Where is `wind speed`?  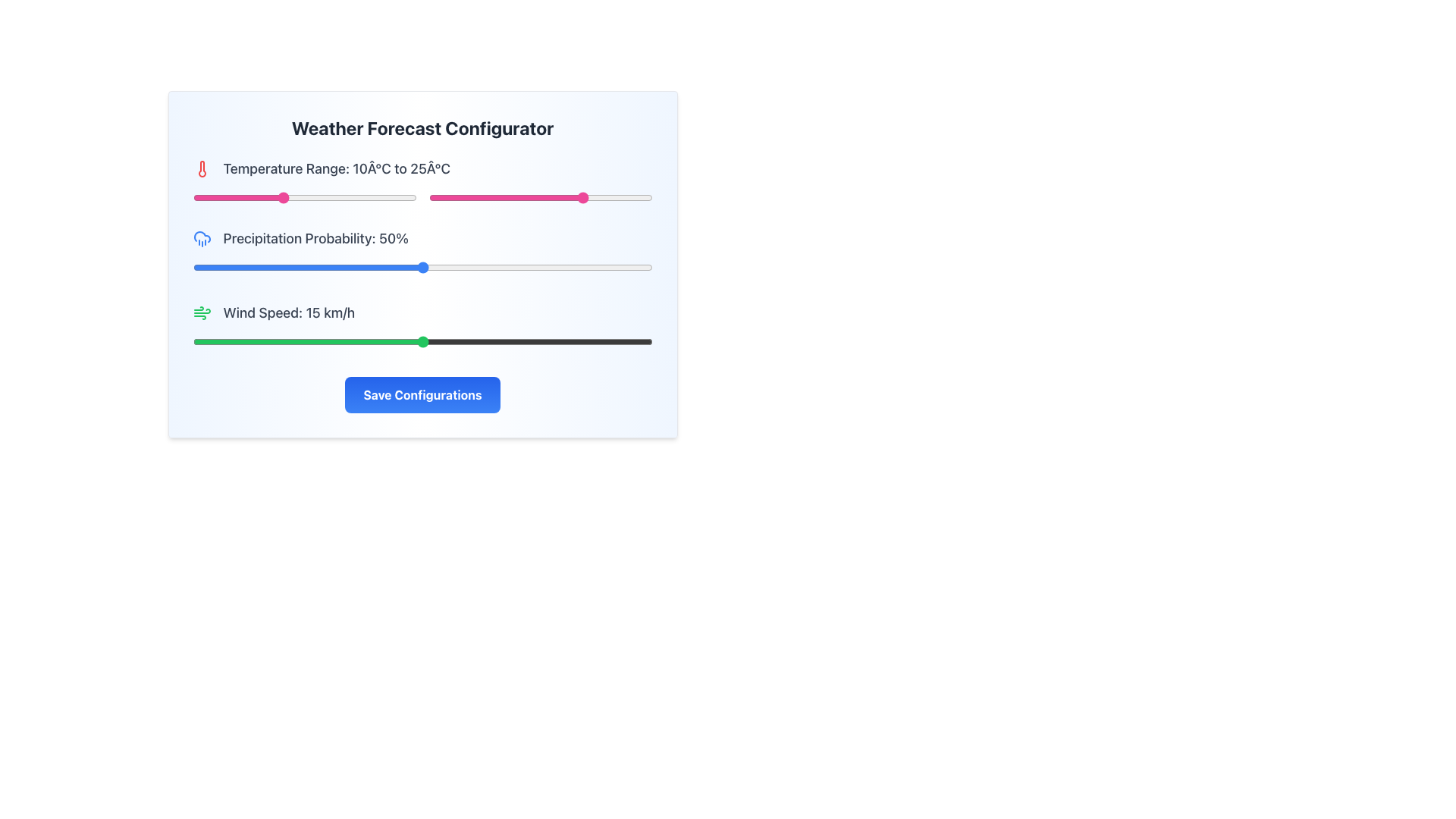
wind speed is located at coordinates (483, 342).